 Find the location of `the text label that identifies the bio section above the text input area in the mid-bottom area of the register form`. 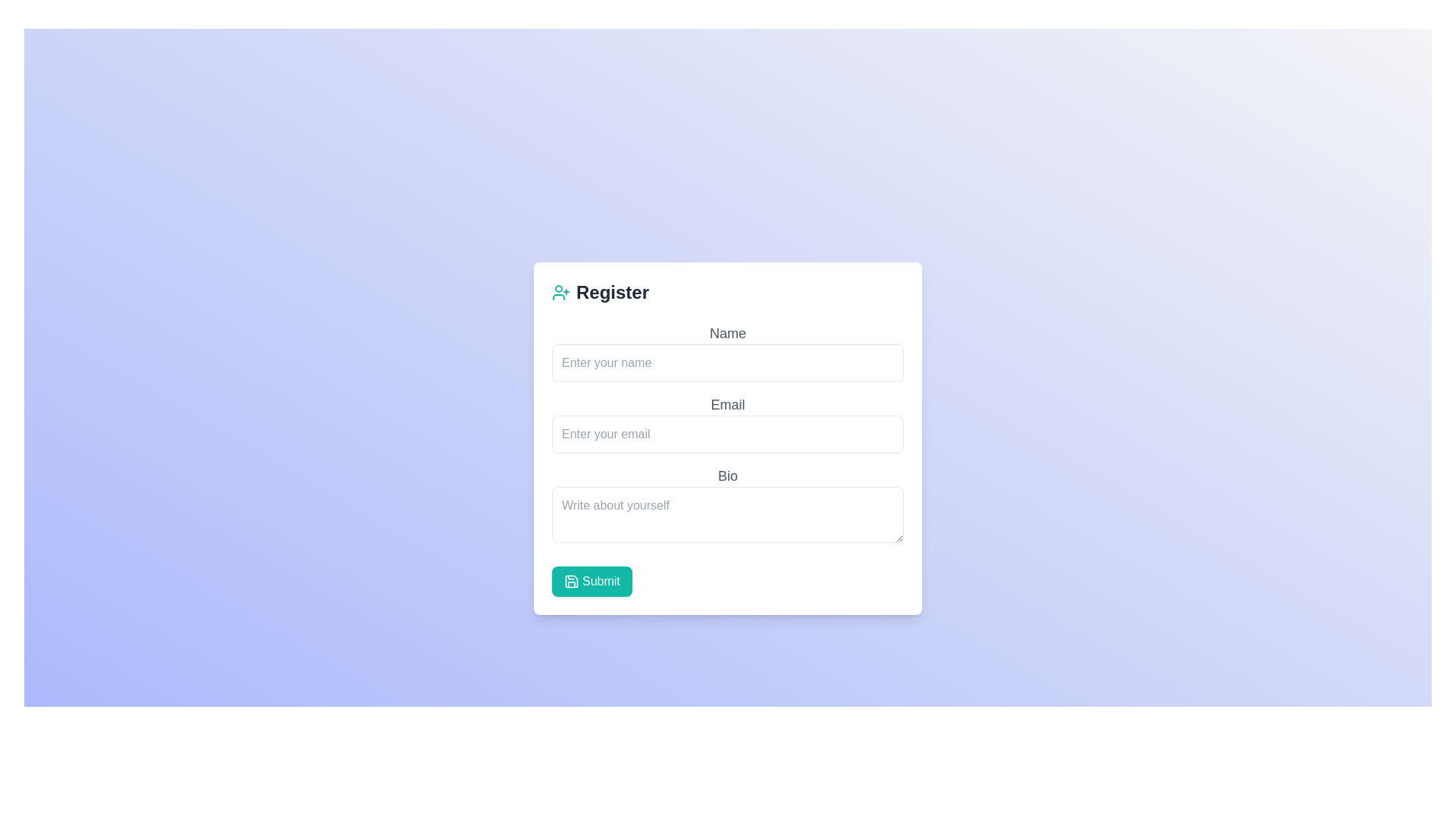

the text label that identifies the bio section above the text input area in the mid-bottom area of the register form is located at coordinates (728, 475).